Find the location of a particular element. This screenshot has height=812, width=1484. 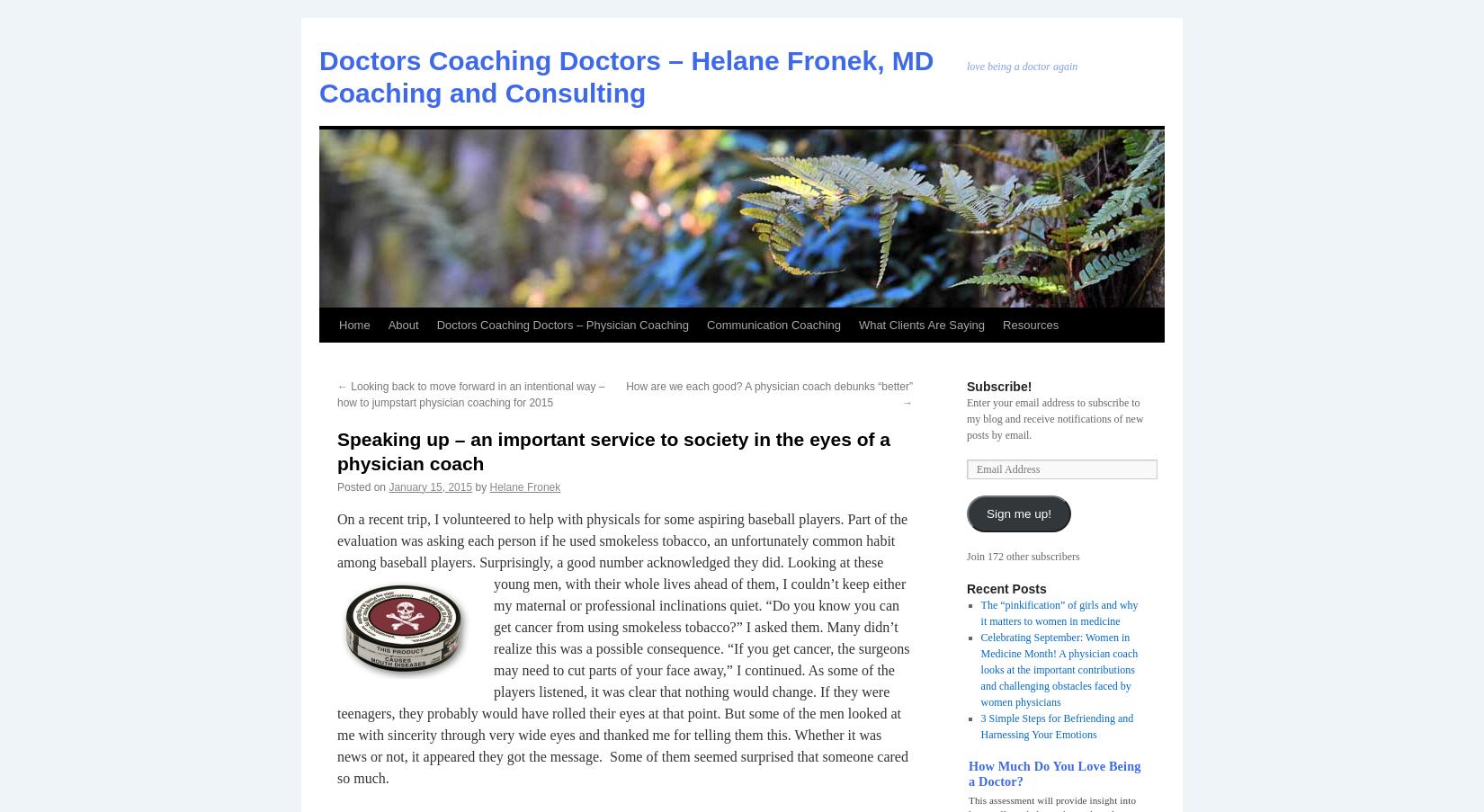

'The “pinkification” of girls and why it matters to women in medicine' is located at coordinates (1059, 612).